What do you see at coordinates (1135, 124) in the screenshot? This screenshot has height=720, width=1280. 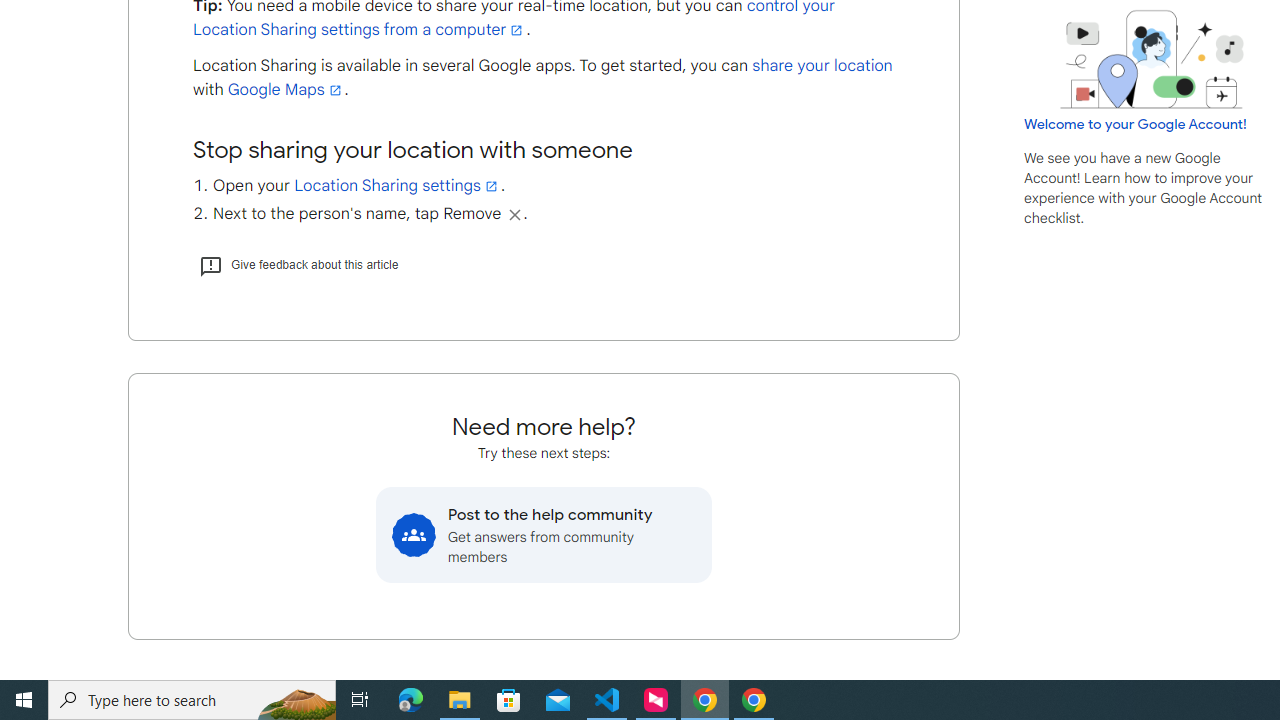 I see `'Welcome to your Google Account!'` at bounding box center [1135, 124].